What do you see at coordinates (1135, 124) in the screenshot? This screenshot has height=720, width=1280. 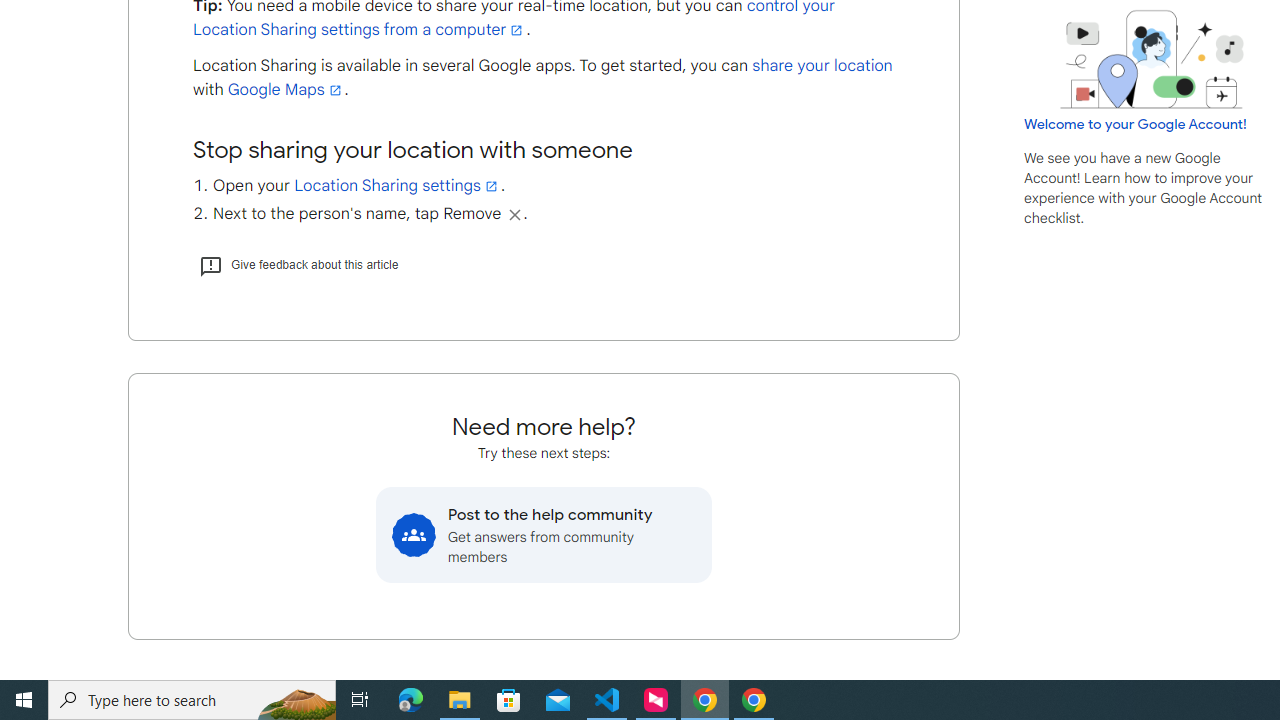 I see `'Welcome to your Google Account!'` at bounding box center [1135, 124].